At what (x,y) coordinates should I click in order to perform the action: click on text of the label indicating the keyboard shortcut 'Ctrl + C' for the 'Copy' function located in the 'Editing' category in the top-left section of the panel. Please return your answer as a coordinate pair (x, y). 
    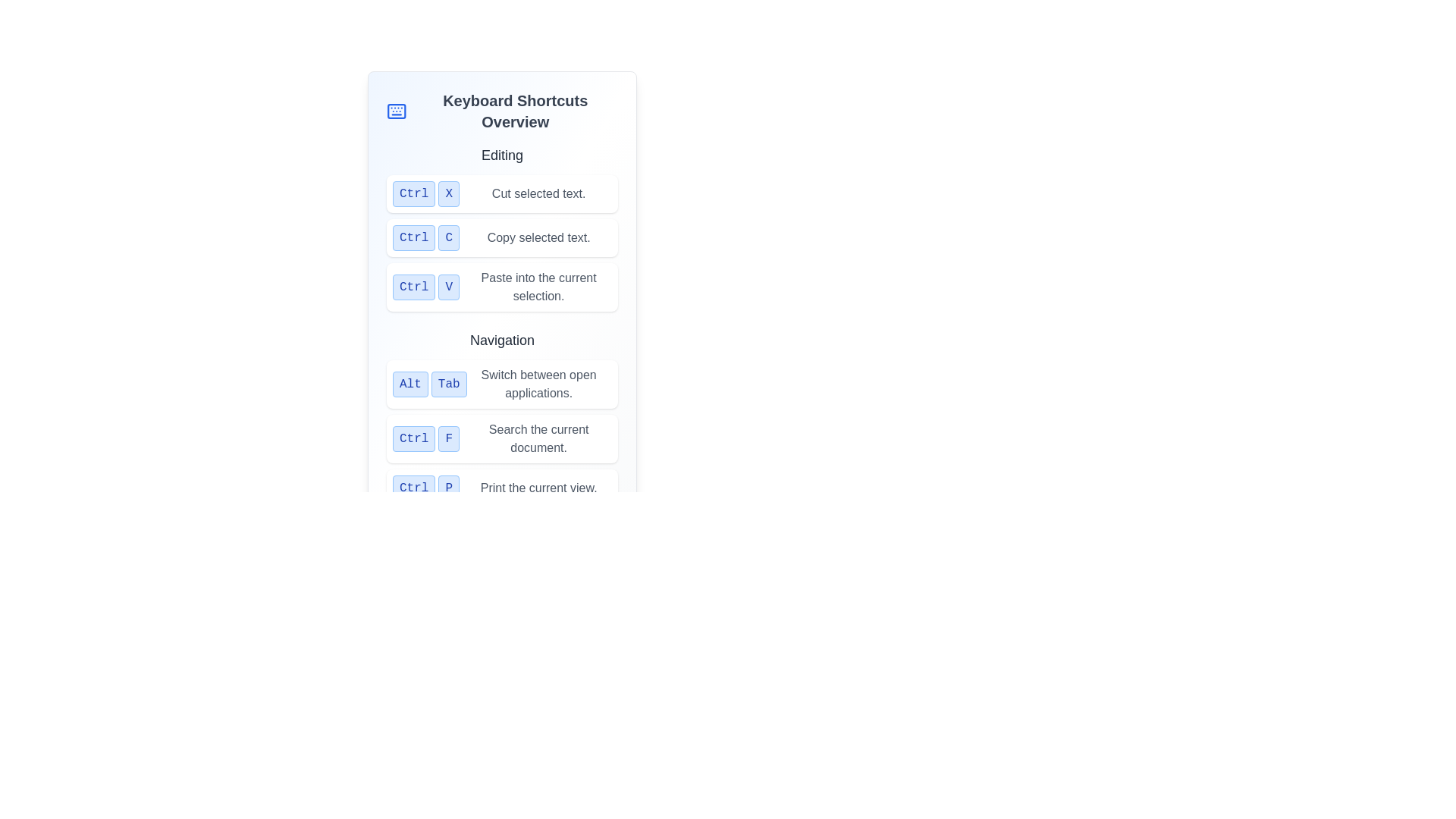
    Looking at the image, I should click on (502, 242).